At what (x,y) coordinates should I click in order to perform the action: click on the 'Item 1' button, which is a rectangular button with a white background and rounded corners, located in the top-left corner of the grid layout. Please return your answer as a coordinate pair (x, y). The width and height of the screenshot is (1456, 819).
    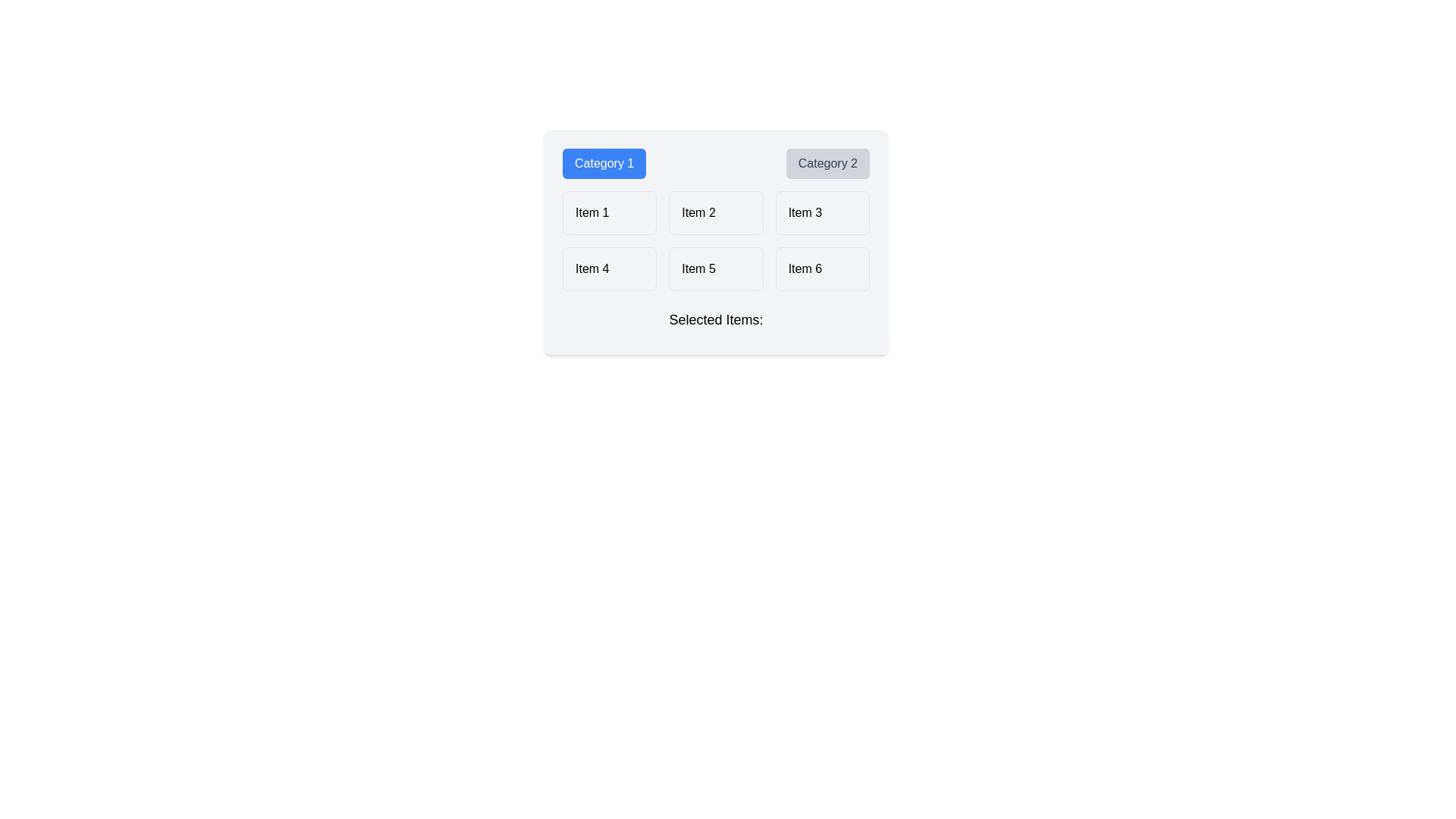
    Looking at the image, I should click on (610, 213).